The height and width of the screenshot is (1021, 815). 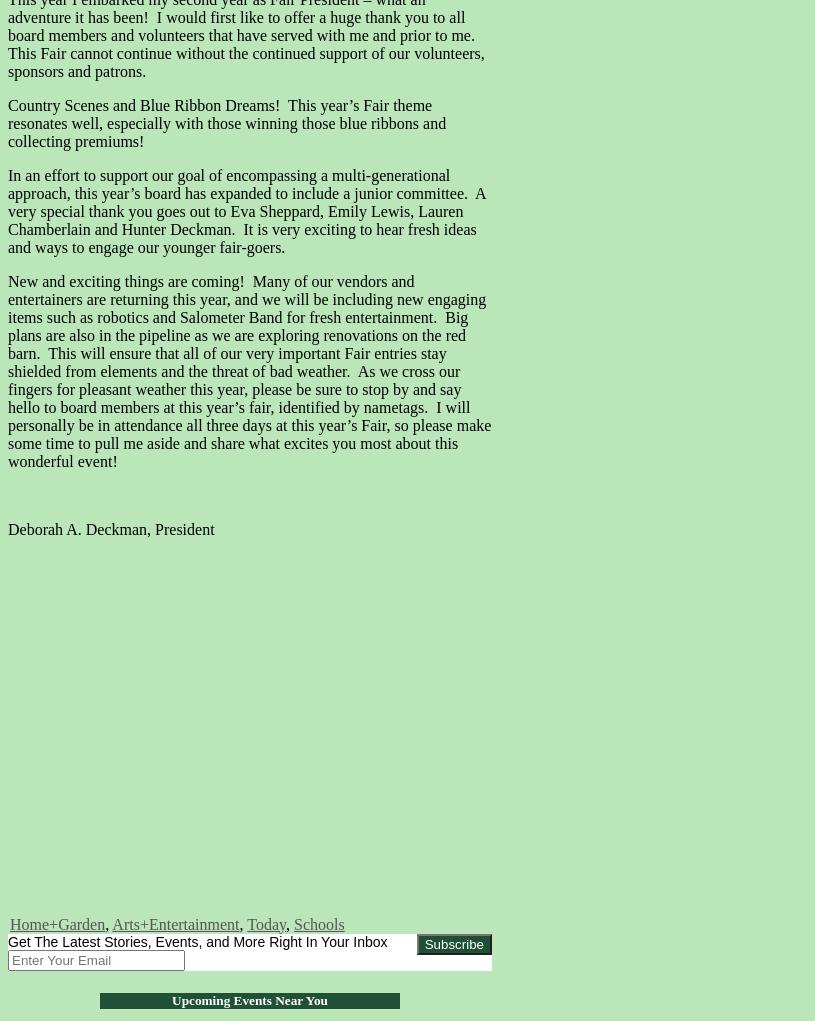 What do you see at coordinates (246, 210) in the screenshot?
I see `'In an effort to support our goal of encompassing a
multi-generational approach, this year’s board has expanded to include a junior
committee.  A very special thank you goes
out to Eva Sheppard, Emily Lewis, Lauren Chamberlain and Hunter Deckman.  It is very exciting to hear fresh ideas and
ways to engage our younger fair-goers.'` at bounding box center [246, 210].